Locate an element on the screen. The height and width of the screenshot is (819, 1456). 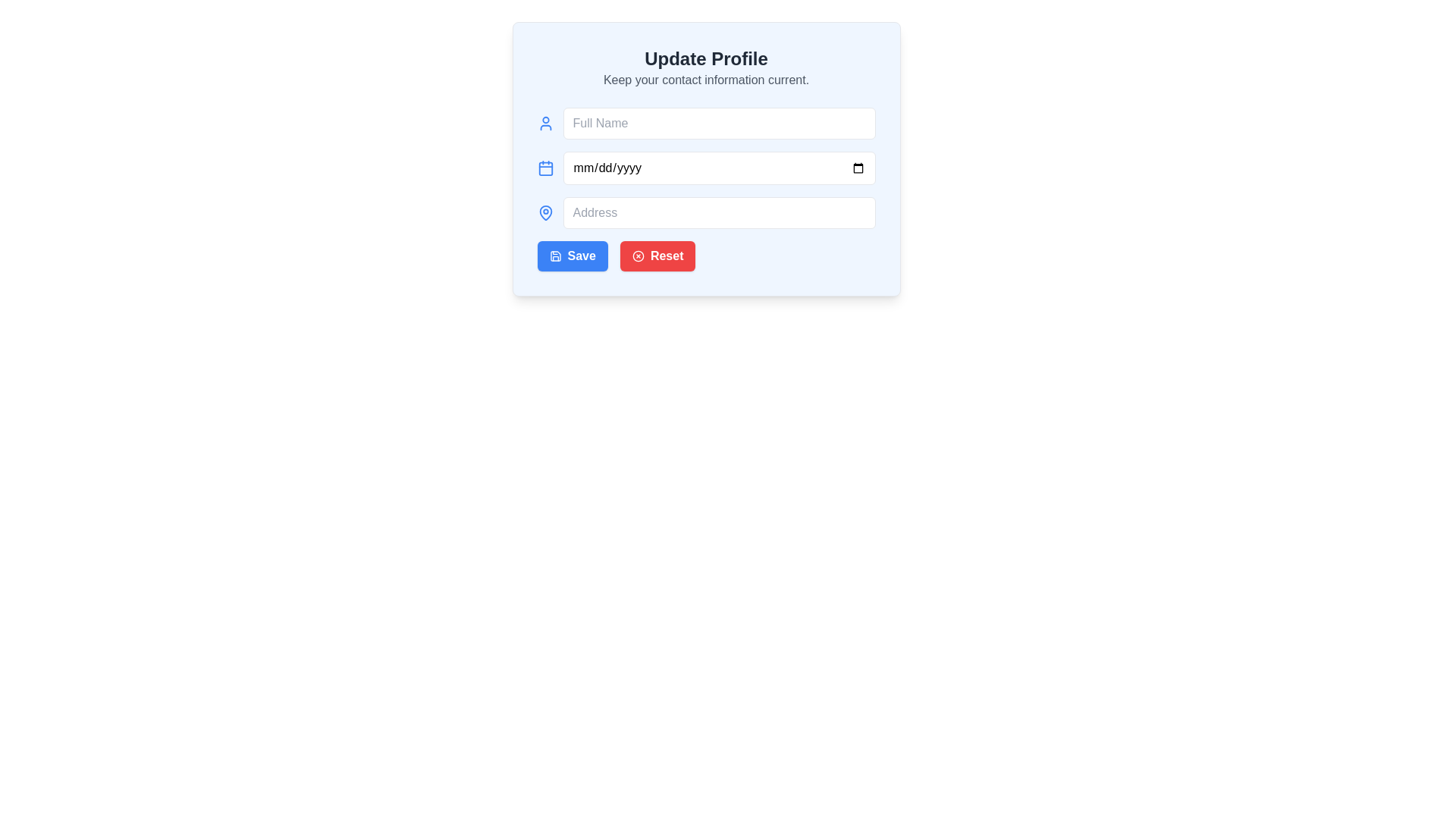
the blue calendar icon next to the 'mm/dd/yyyy' date input field is located at coordinates (545, 168).